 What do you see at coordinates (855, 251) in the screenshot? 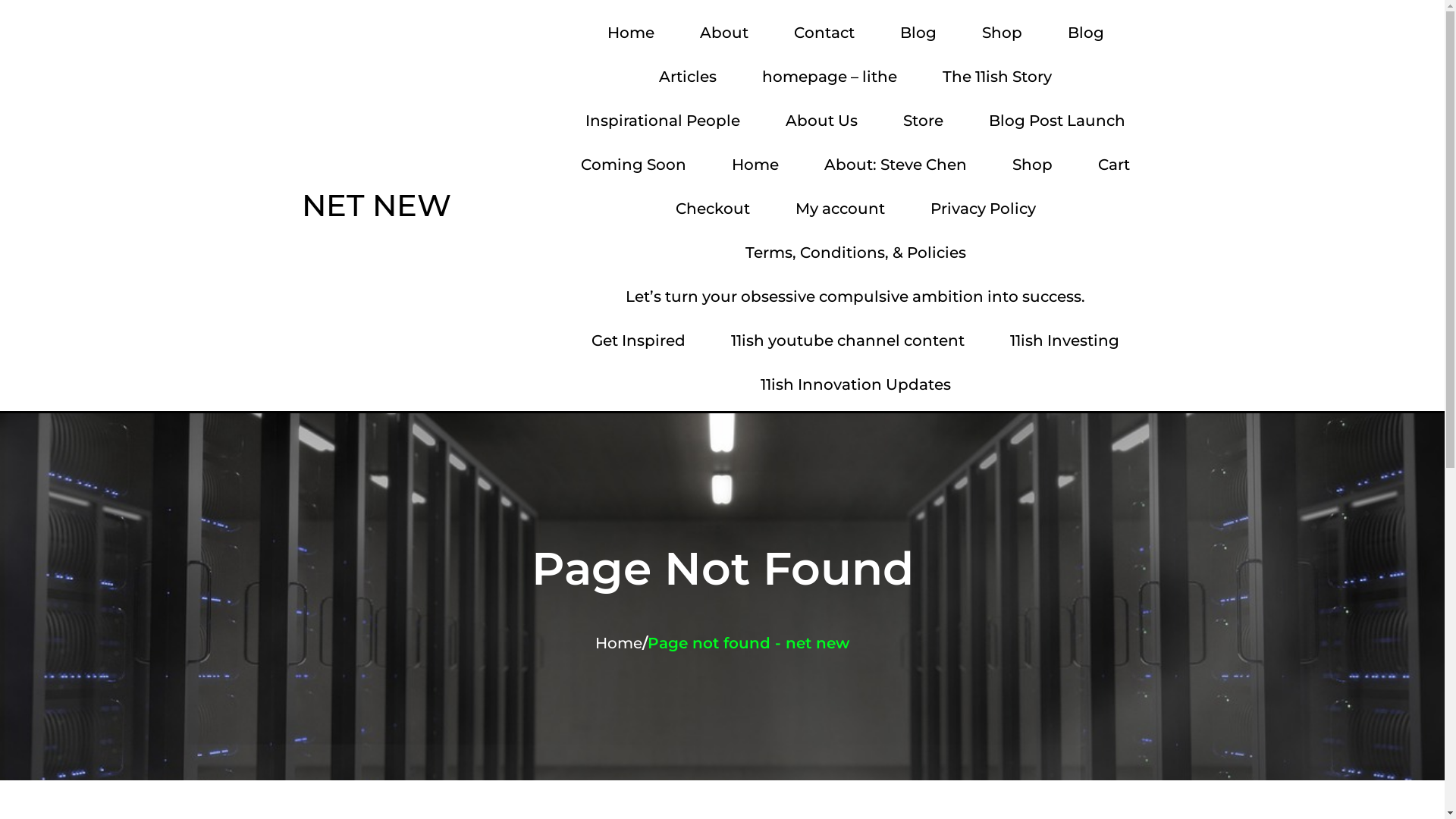
I see `'Terms, Conditions, & Policies'` at bounding box center [855, 251].